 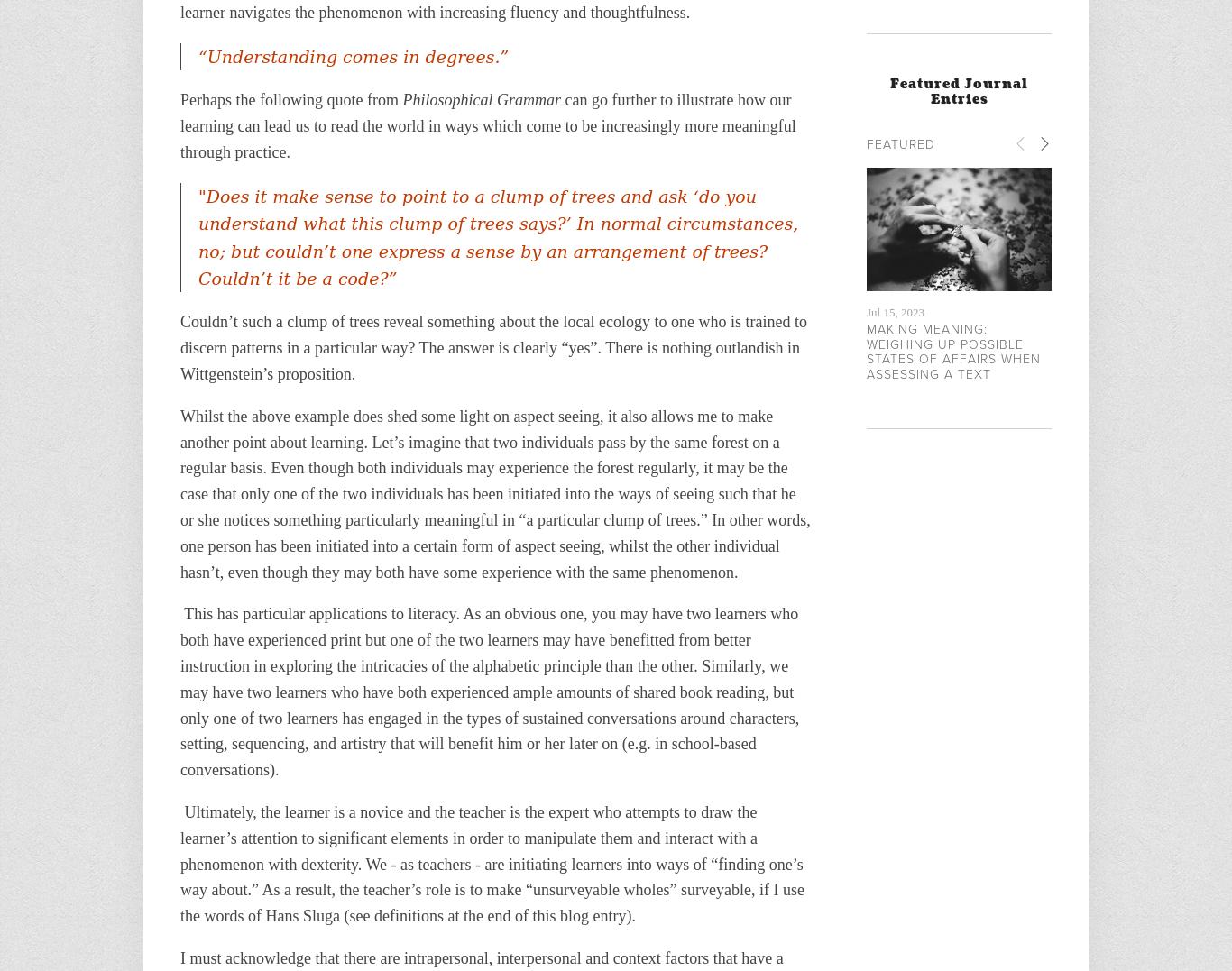 I want to click on 'Whilst the above example does shed some light on aspect seeing, it also allows me to make another point about learning. Let’s imagine that two individuals pass by the same forest on a regular basis. Even though both individuals may experience the forest regularly, it may be the case that only one of the two individuals has been initiated into the ways of seeing such that he or she notices something particularly meaningful in “a particular clump of trees.” In other words, one person has been initiated into a certain form of aspect seeing, whilst the other individual hasn’t, even though they may both have some experience with the same phenomenon.', so click(x=497, y=493).